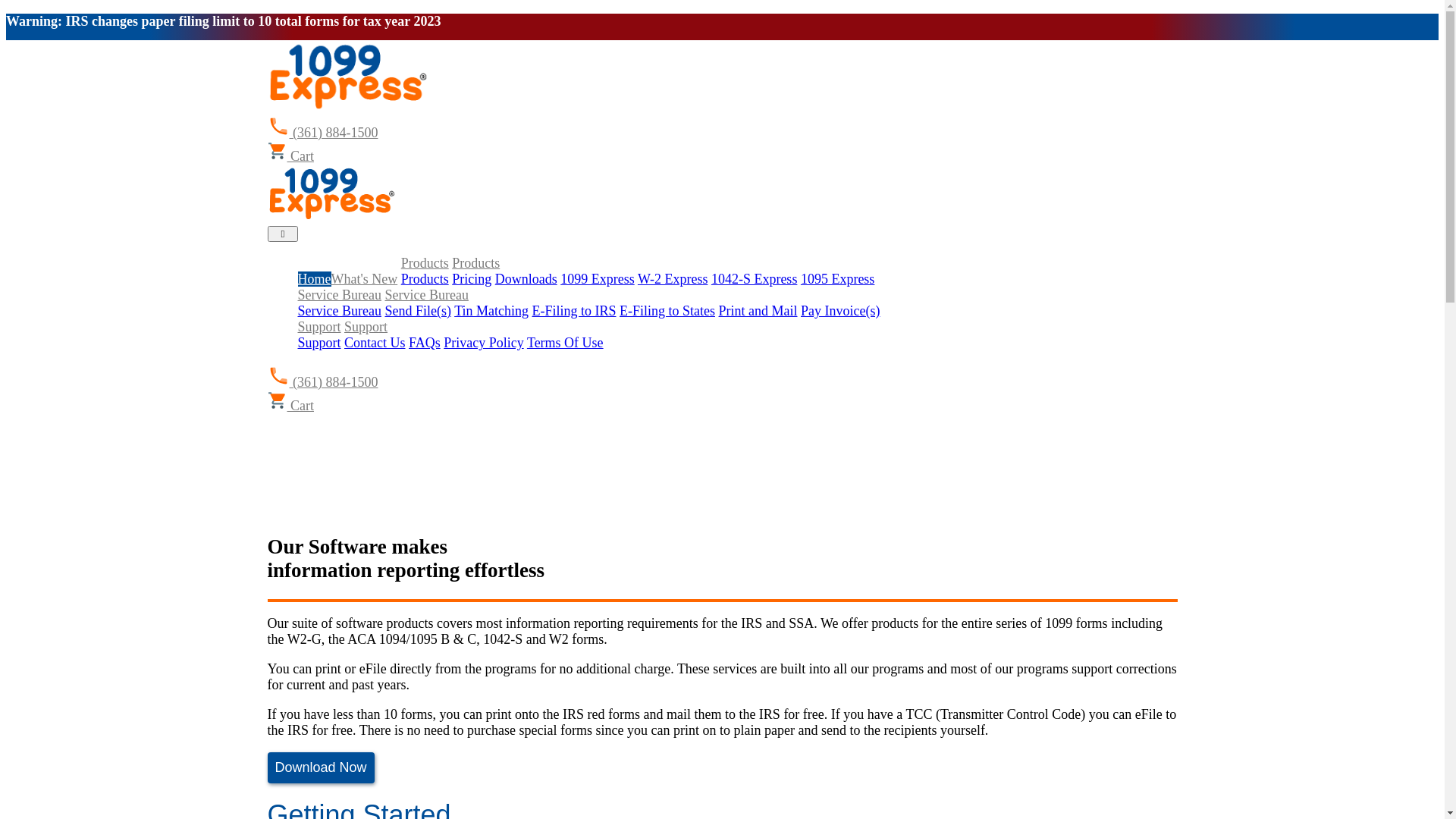 The height and width of the screenshot is (819, 1456). I want to click on 'Pay Invoice(s)', so click(839, 309).